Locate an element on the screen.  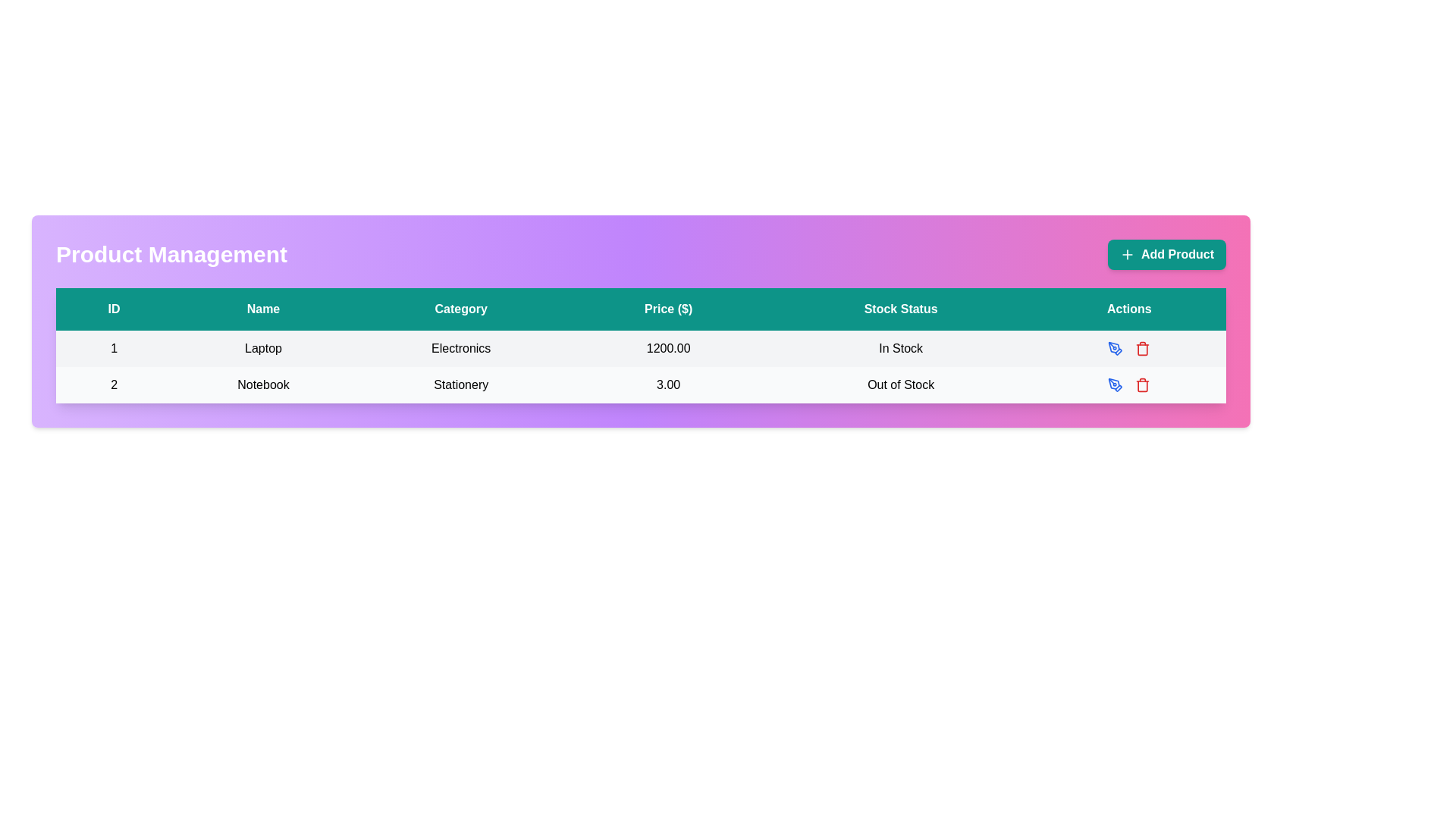
the pen tool icon in the Actions column of the second row associated with the Notebook product is located at coordinates (1114, 347).